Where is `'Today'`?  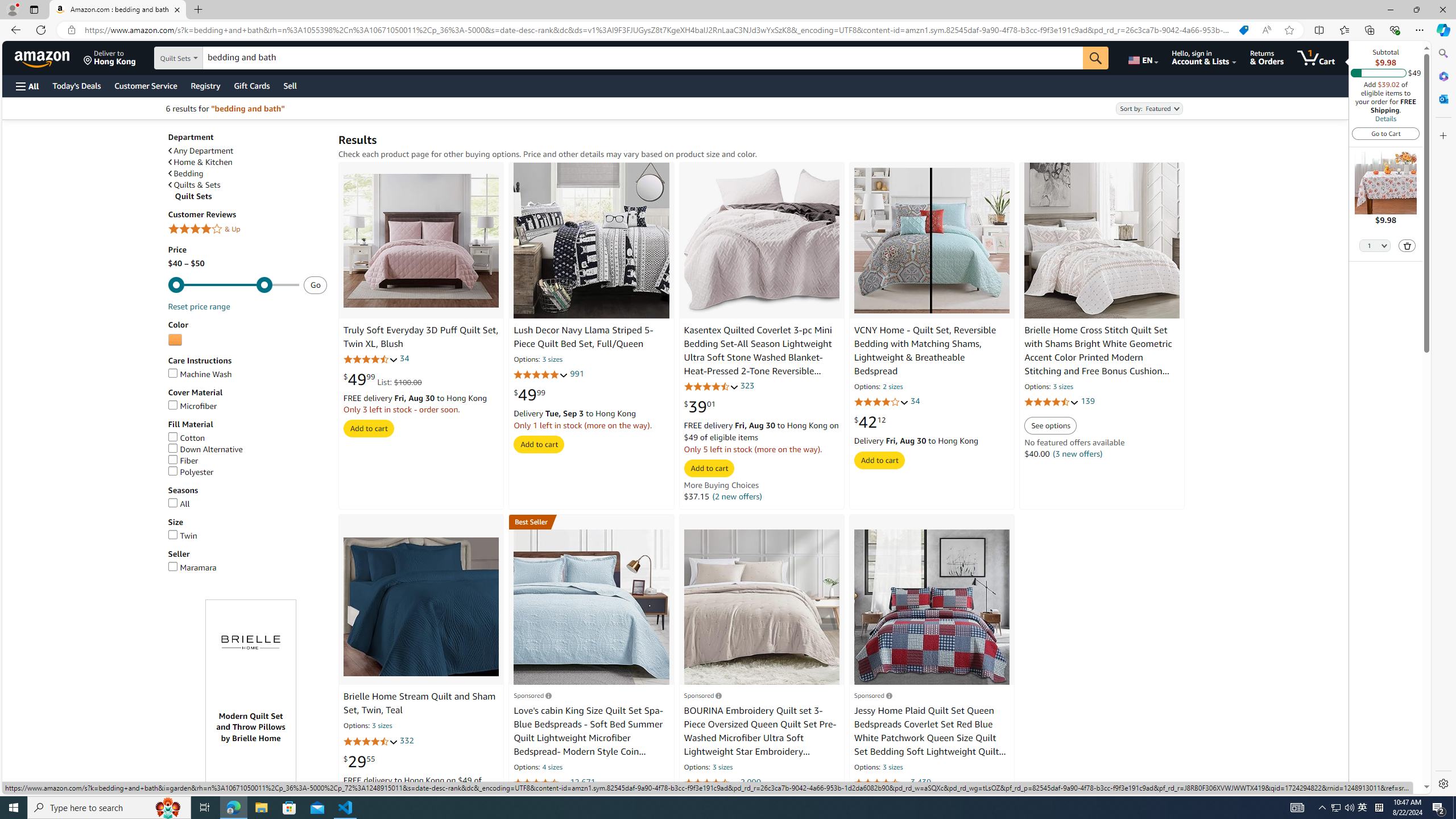
'Today' is located at coordinates (76, 85).